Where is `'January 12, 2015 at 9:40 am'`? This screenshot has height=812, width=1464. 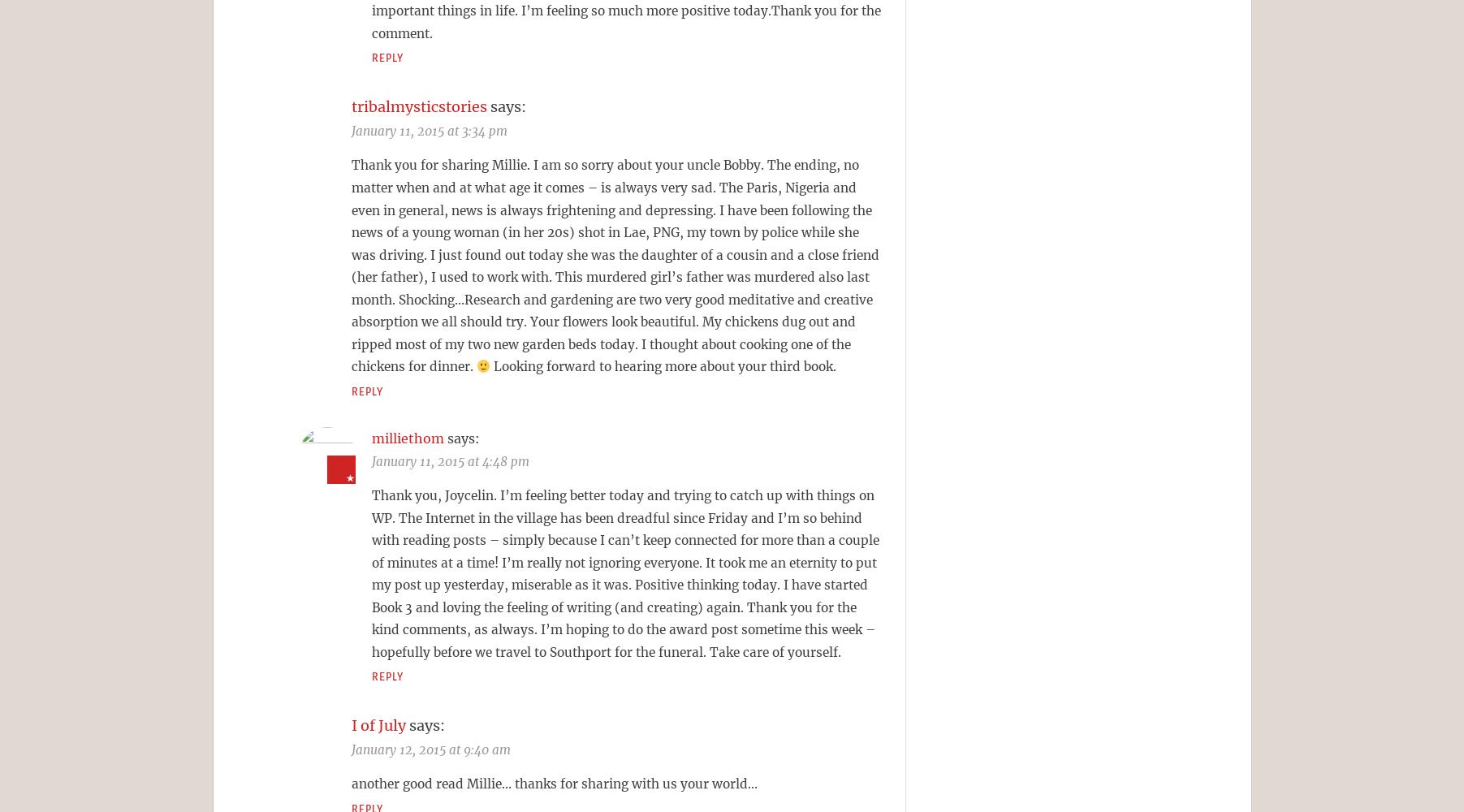 'January 12, 2015 at 9:40 am' is located at coordinates (430, 749).